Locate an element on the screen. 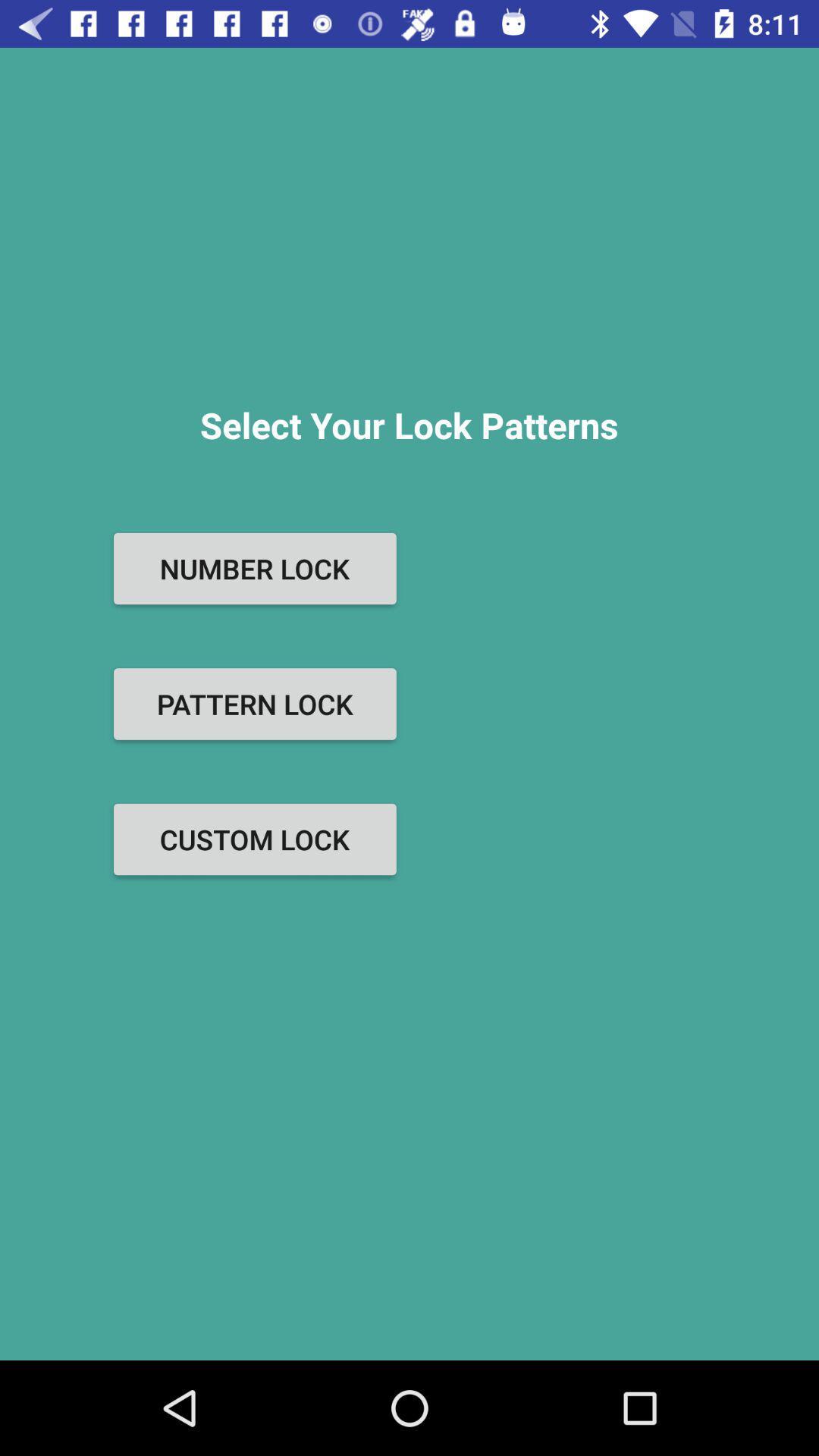  the button below the number lock item is located at coordinates (254, 703).